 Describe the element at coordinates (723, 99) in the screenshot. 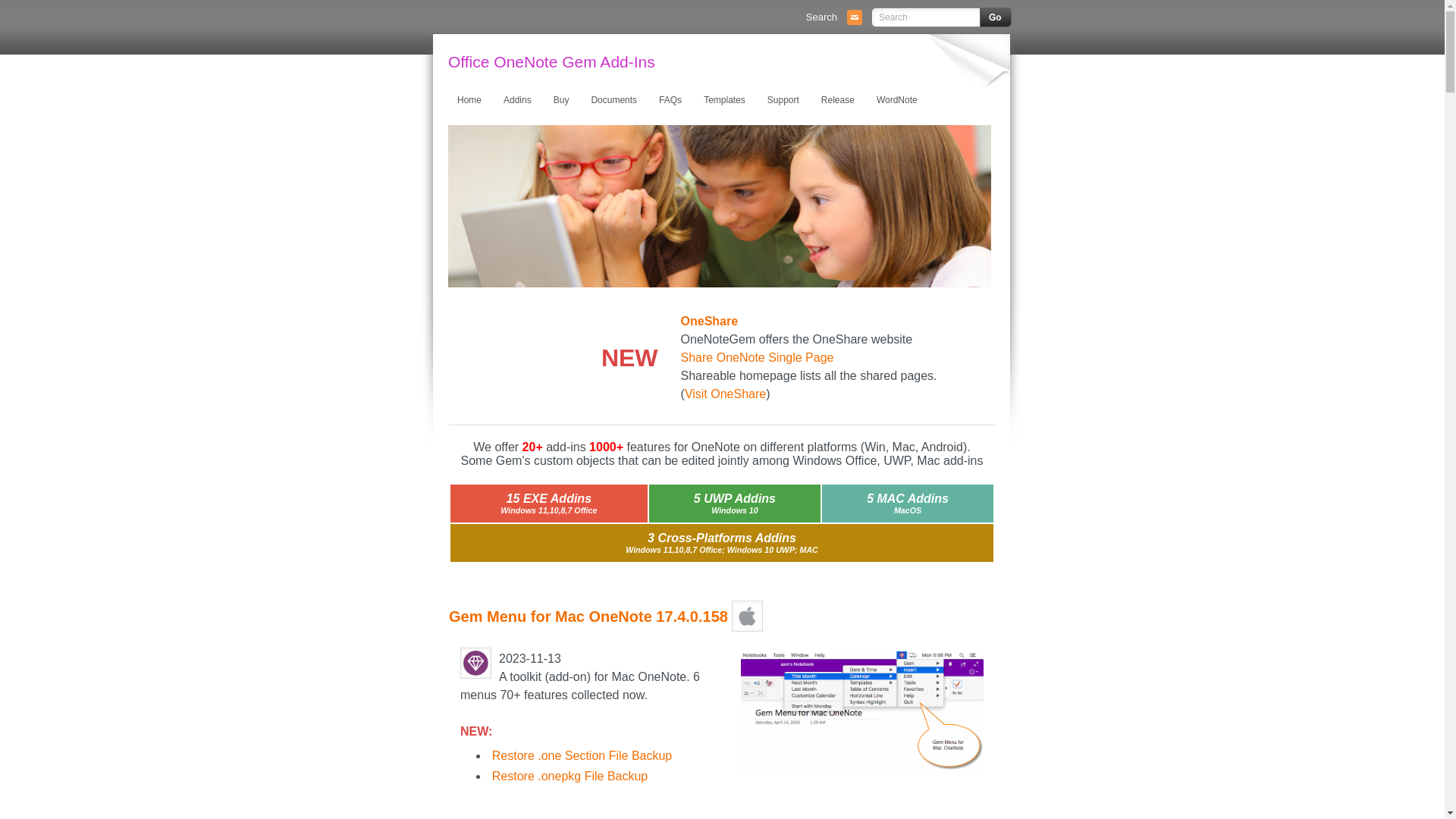

I see `'Templates'` at that location.